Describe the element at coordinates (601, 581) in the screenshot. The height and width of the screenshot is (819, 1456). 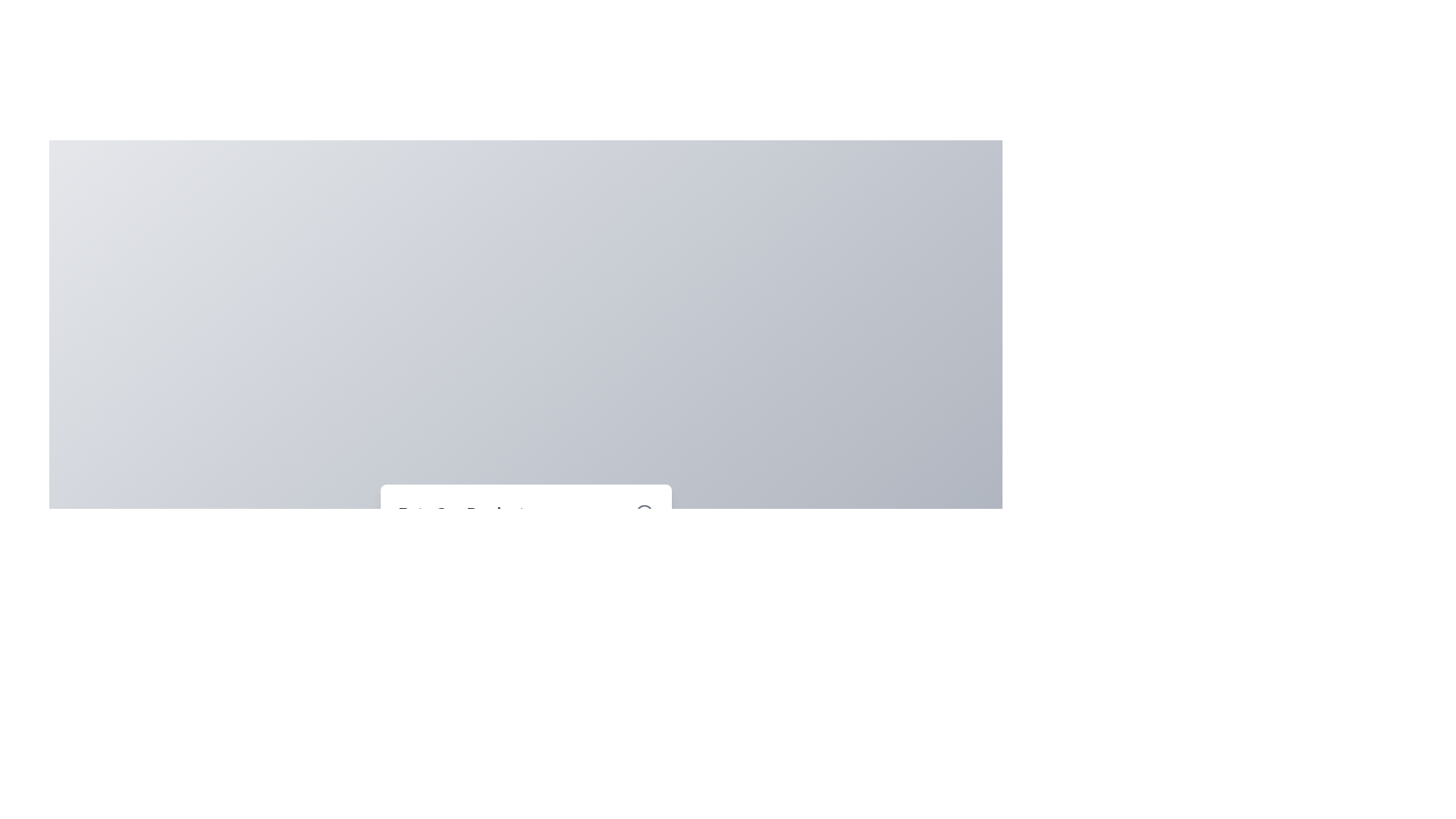
I see `the star corresponding to the desired rating 4` at that location.